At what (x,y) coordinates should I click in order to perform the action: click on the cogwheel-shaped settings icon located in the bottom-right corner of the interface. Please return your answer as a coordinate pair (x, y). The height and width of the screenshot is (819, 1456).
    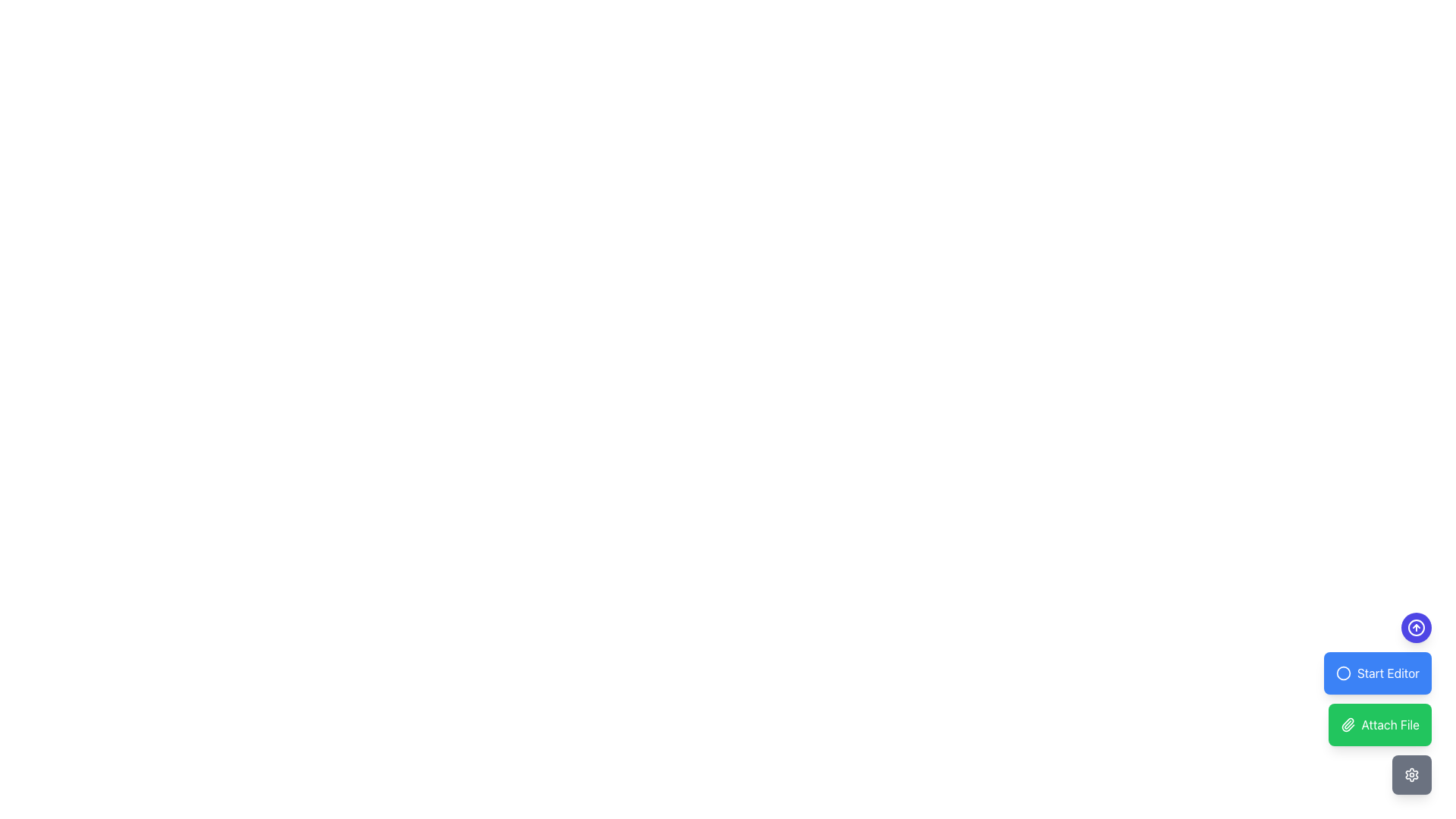
    Looking at the image, I should click on (1411, 775).